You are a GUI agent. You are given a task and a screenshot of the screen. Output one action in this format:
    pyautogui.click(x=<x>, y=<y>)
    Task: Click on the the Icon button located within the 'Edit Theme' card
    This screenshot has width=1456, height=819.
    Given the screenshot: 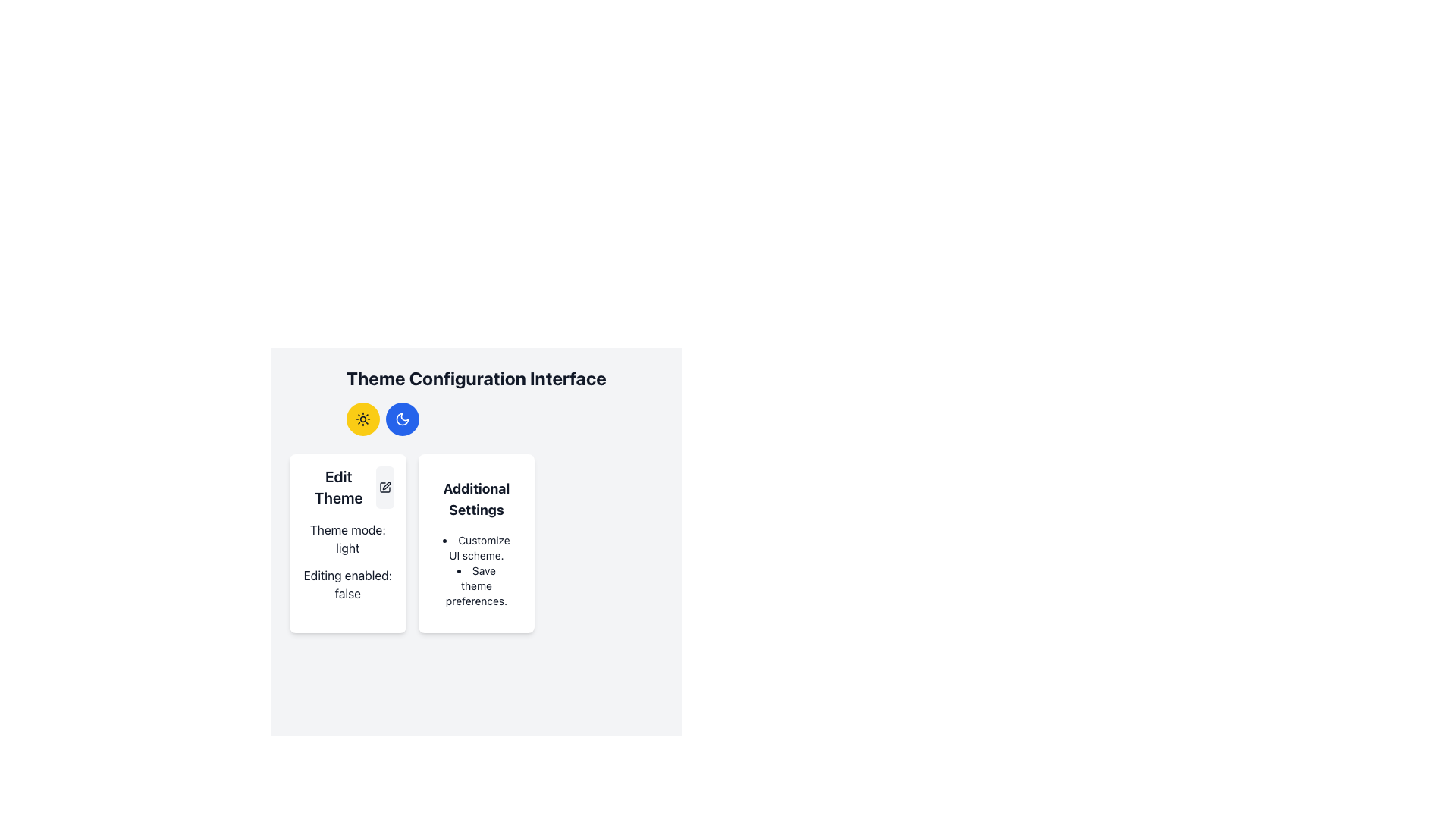 What is the action you would take?
    pyautogui.click(x=384, y=488)
    